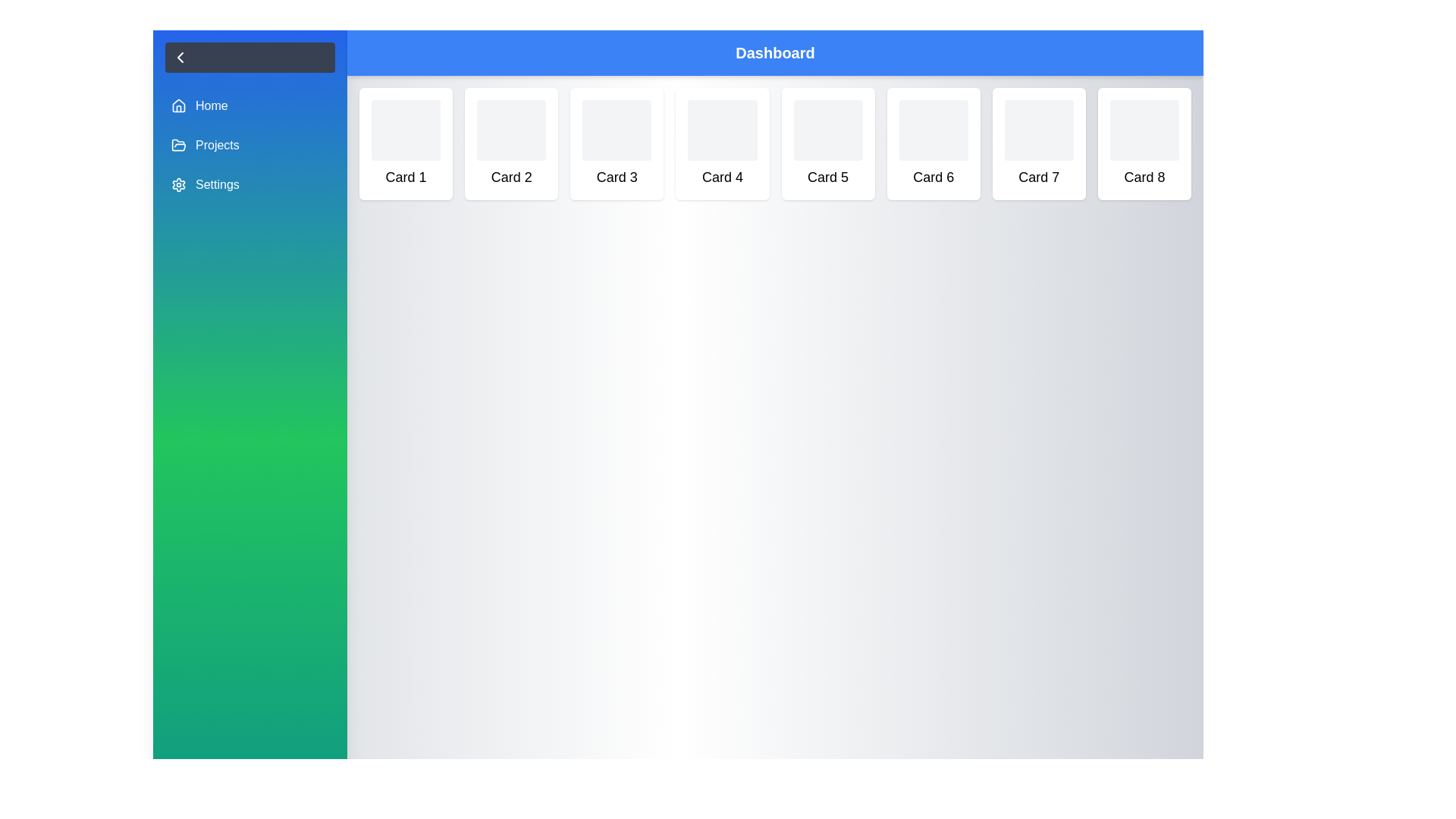  I want to click on the navigation item Projects, so click(250, 146).